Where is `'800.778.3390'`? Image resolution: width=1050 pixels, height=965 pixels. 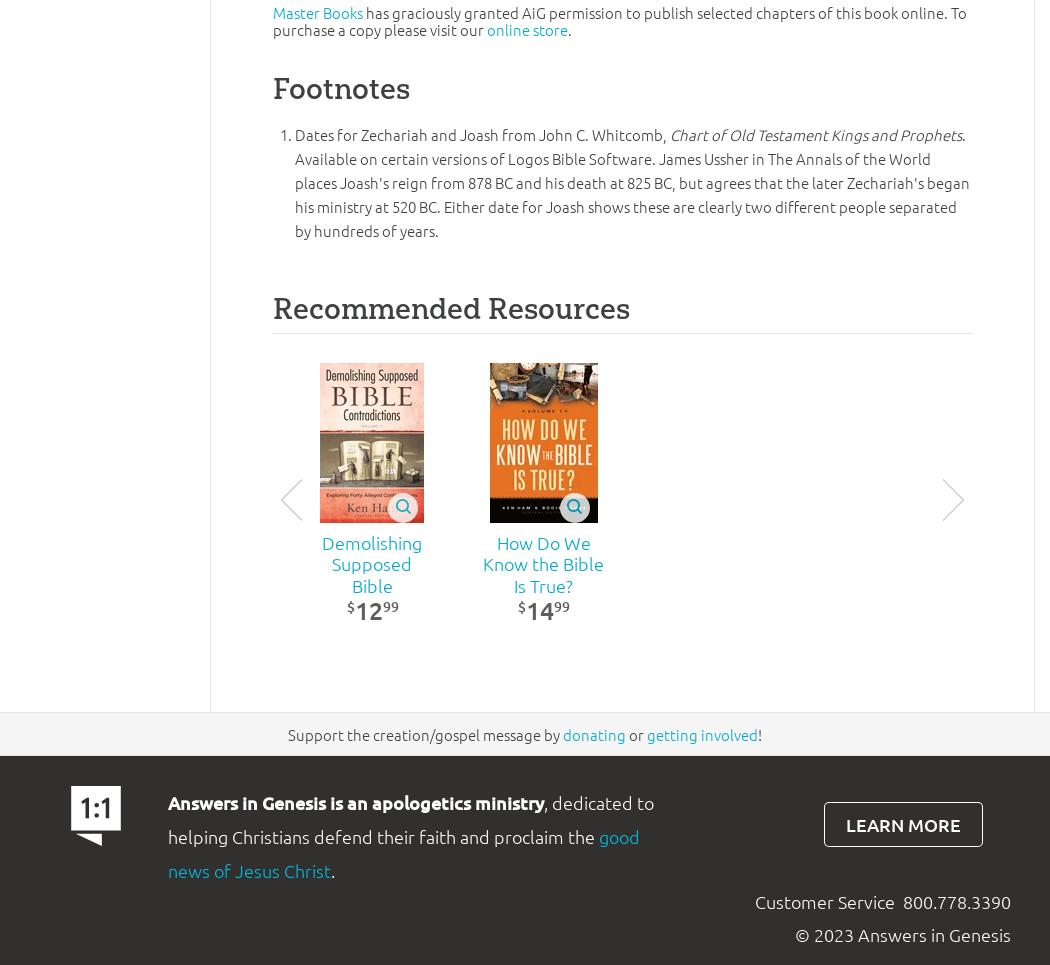
'800.778.3390' is located at coordinates (955, 899).